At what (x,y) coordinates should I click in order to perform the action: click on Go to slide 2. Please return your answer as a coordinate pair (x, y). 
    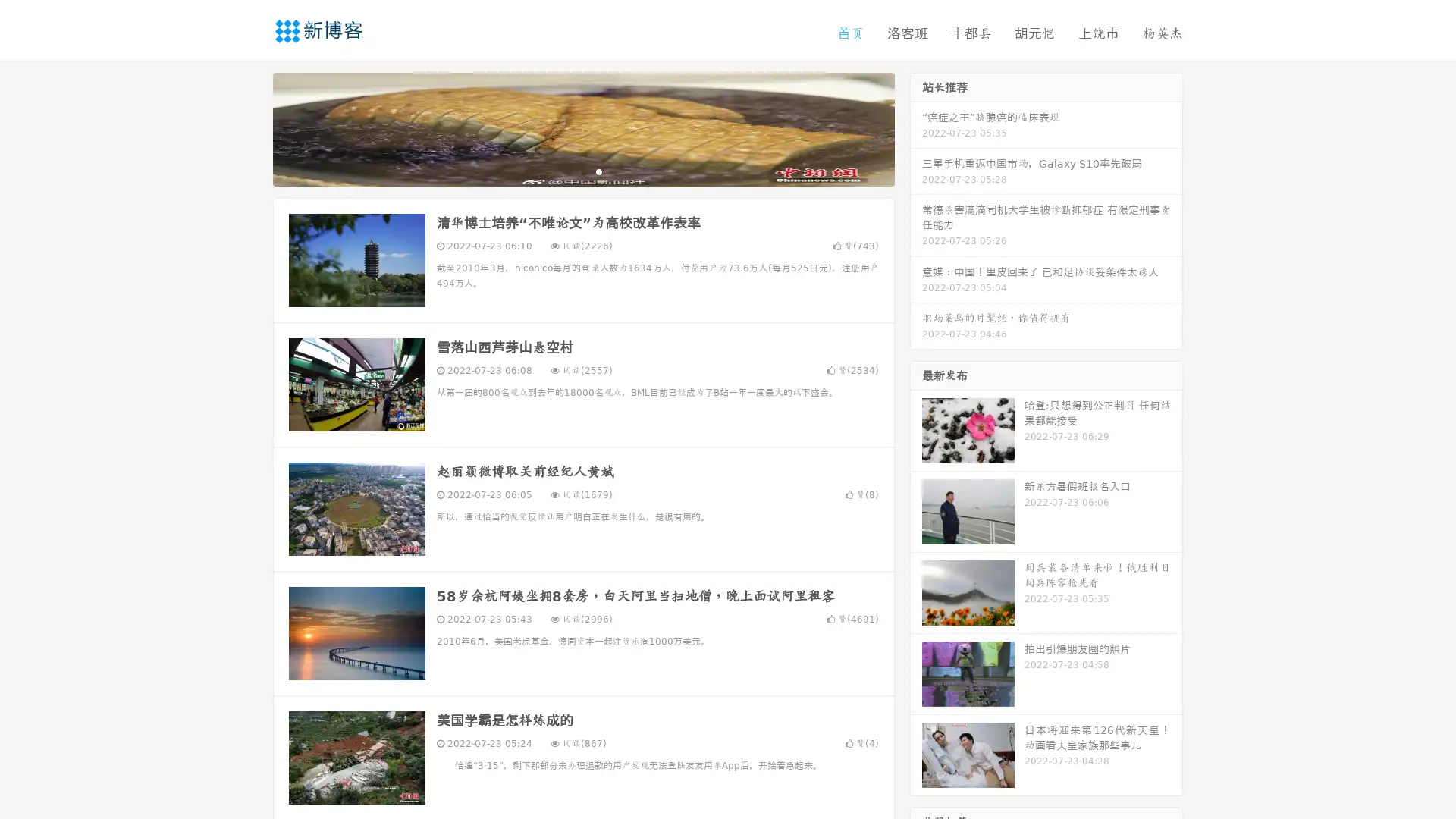
    Looking at the image, I should click on (582, 171).